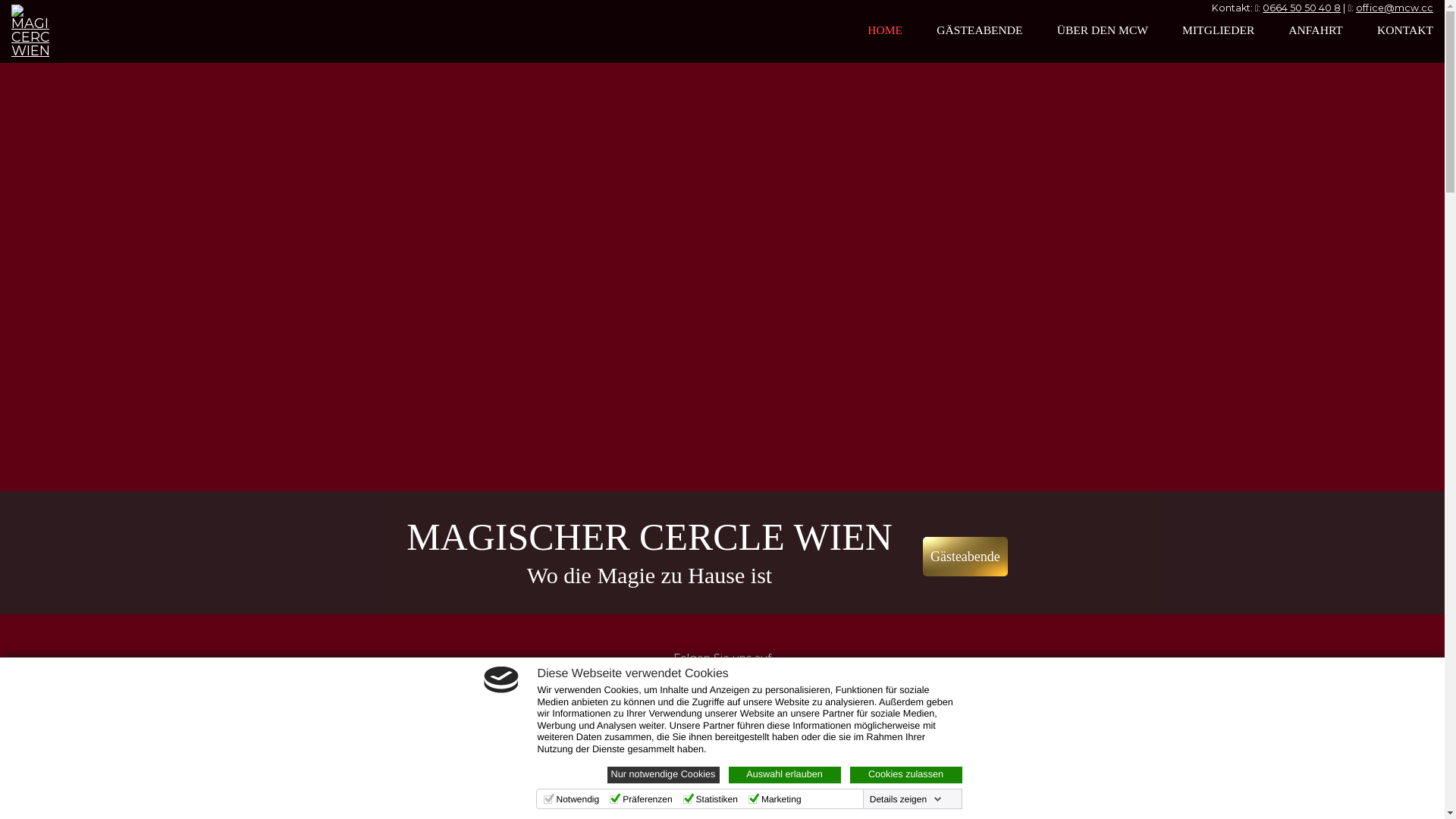  Describe the element at coordinates (905, 798) in the screenshot. I see `'Details zeigen'` at that location.